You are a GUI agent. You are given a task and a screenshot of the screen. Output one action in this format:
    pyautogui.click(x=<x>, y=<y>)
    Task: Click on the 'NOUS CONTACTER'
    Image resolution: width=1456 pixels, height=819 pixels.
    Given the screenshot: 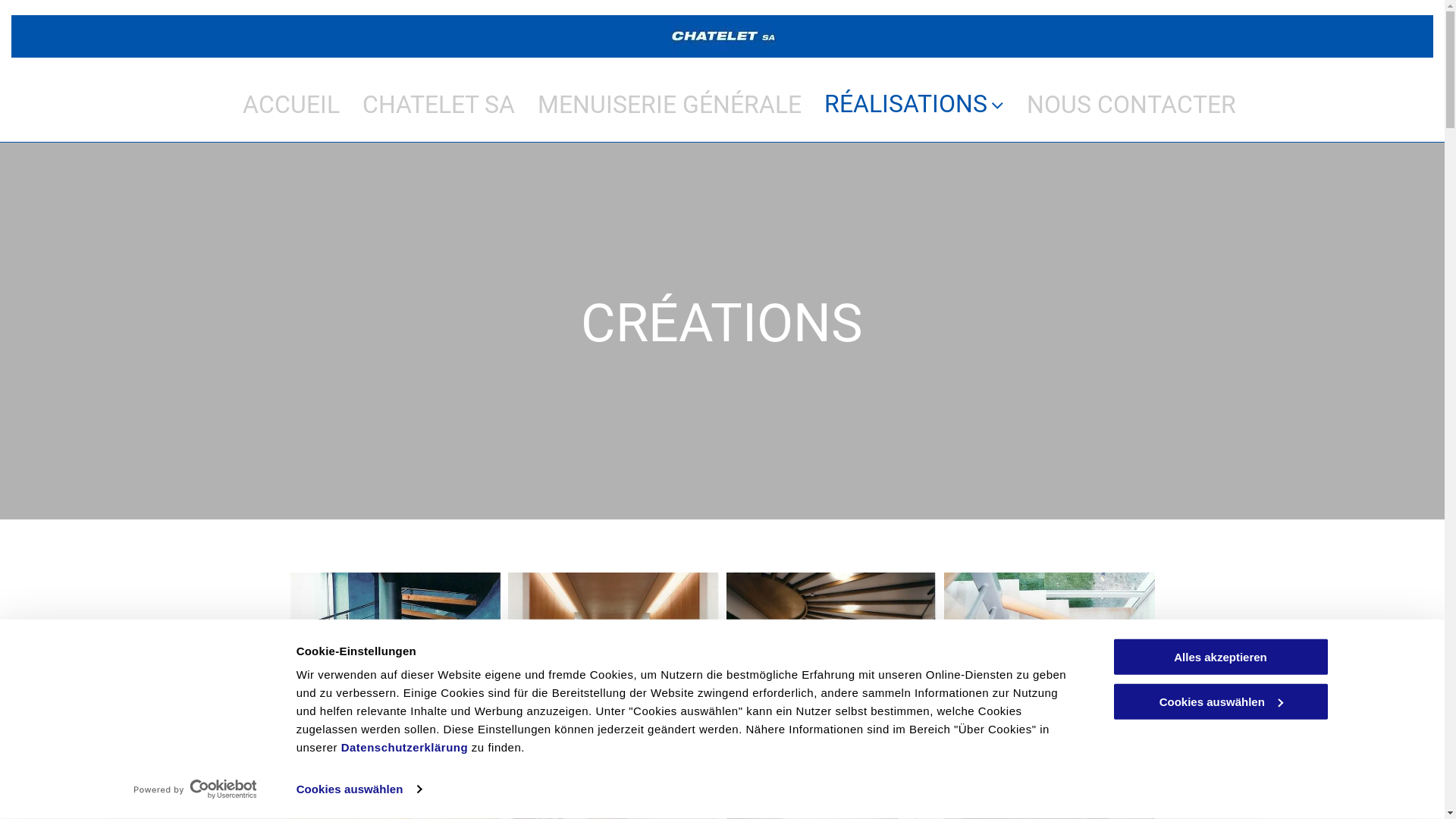 What is the action you would take?
    pyautogui.click(x=1131, y=104)
    